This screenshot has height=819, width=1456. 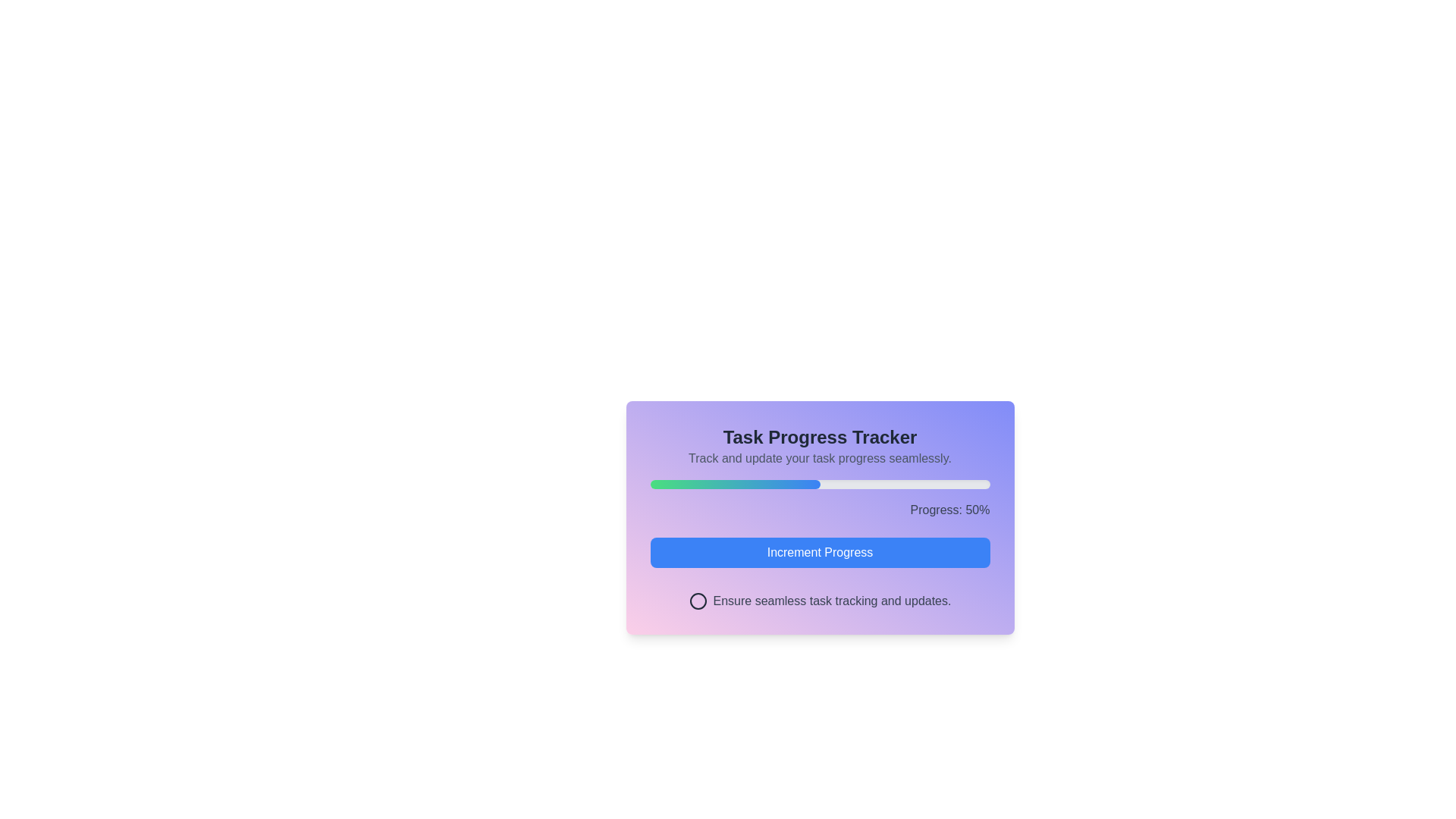 What do you see at coordinates (819, 485) in the screenshot?
I see `the horizontal progress bar within the 'Task Progress Tracker' card, which has a gray background and a gradient-filled segment indicating 50% progress` at bounding box center [819, 485].